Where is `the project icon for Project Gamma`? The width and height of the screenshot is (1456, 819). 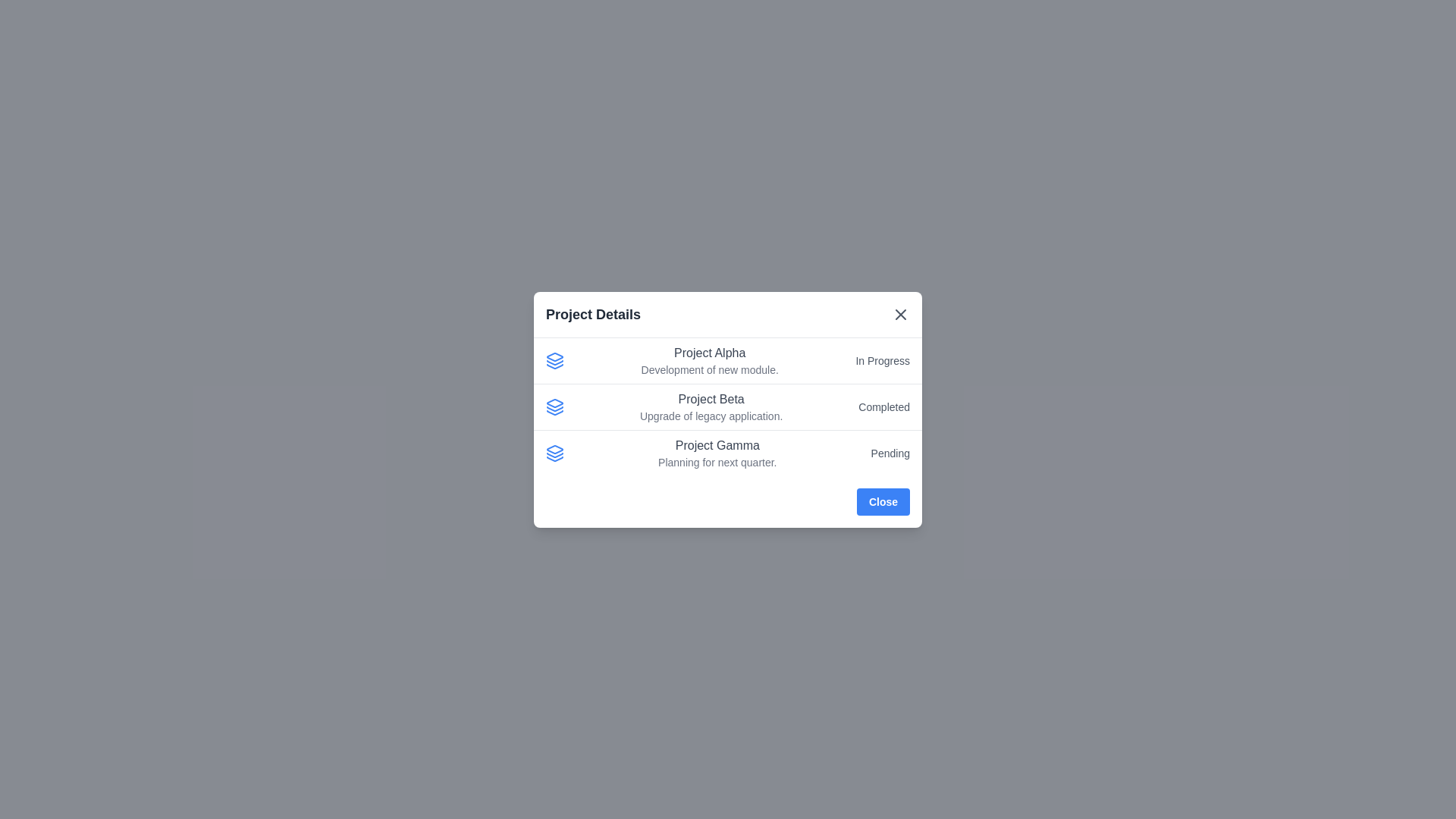
the project icon for Project Gamma is located at coordinates (554, 452).